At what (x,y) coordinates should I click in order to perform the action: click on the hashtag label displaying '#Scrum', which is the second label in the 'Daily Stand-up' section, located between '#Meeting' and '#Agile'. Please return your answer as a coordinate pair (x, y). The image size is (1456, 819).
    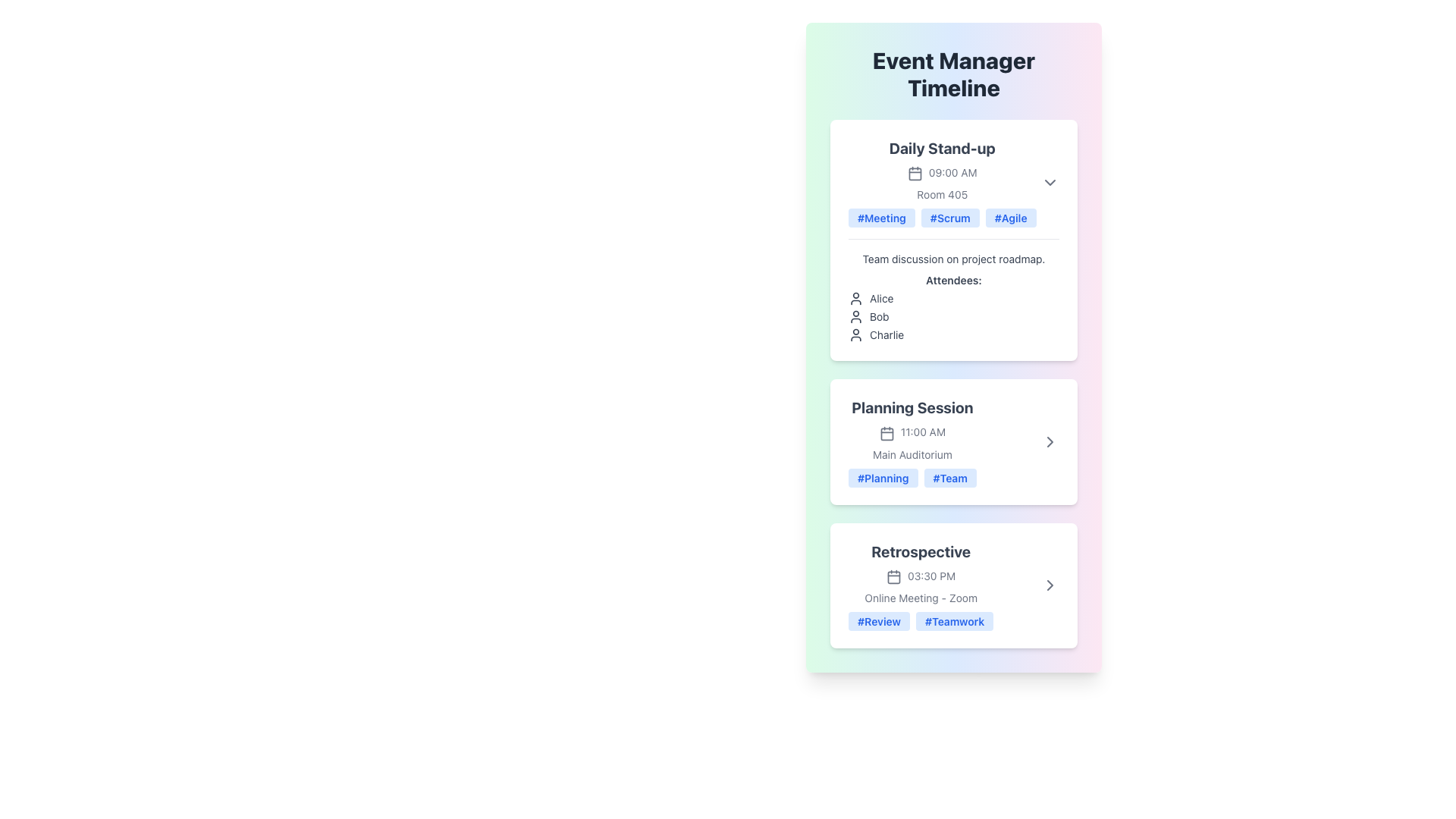
    Looking at the image, I should click on (949, 218).